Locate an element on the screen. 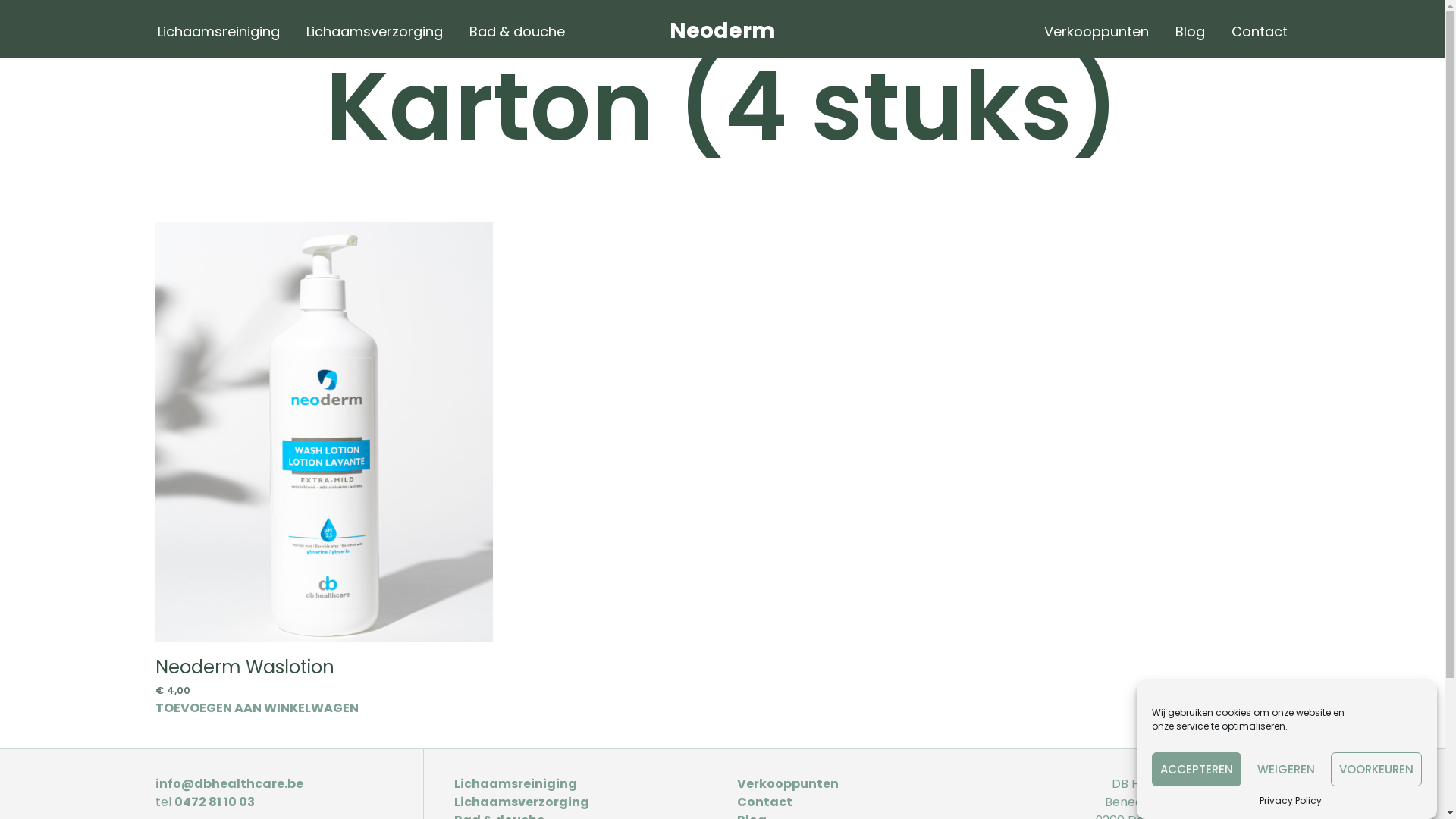 The image size is (1456, 819). 'VOORKEUREN' is located at coordinates (1376, 769).